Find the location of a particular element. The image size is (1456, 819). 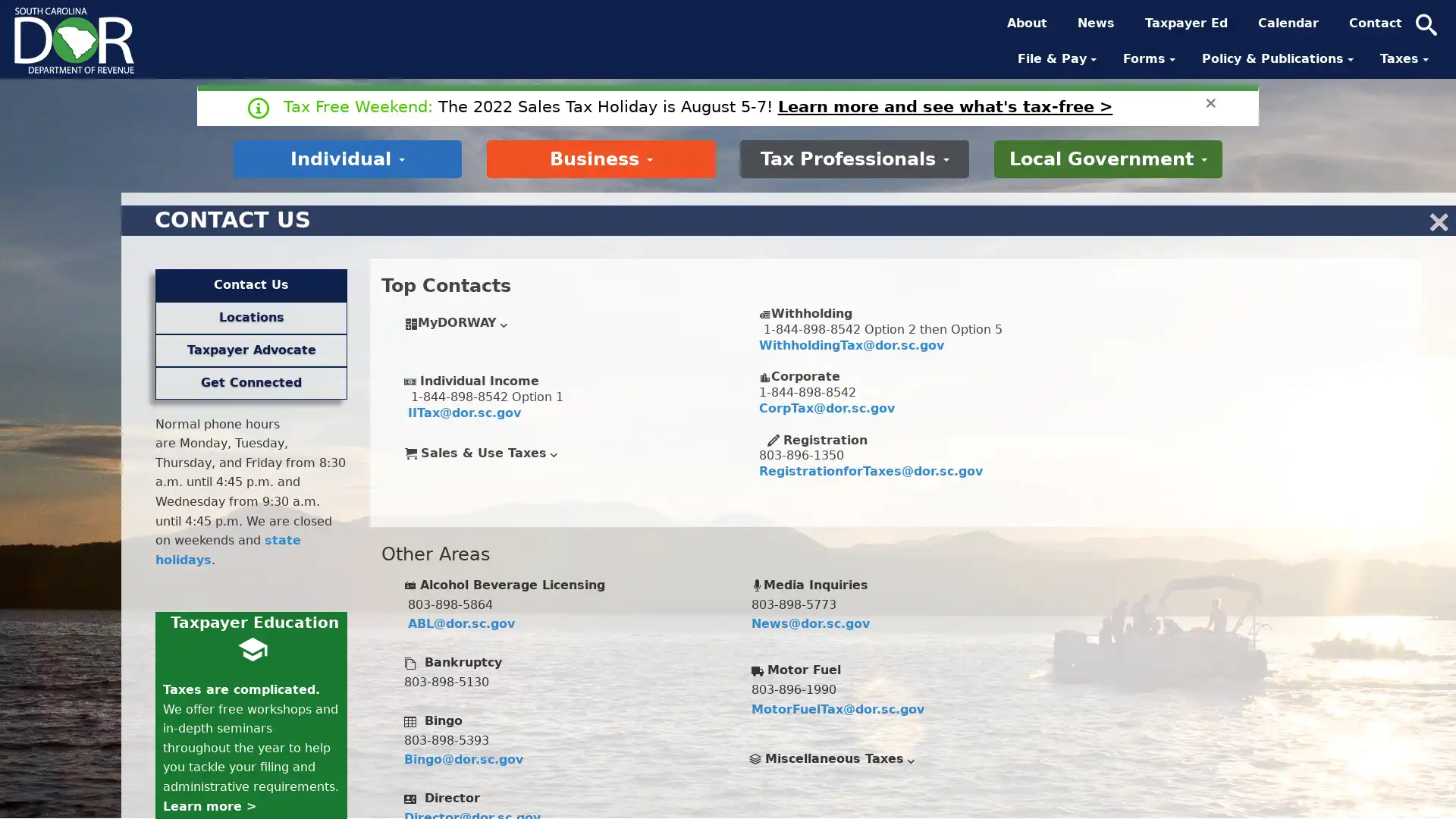

Forms is located at coordinates (1150, 58).